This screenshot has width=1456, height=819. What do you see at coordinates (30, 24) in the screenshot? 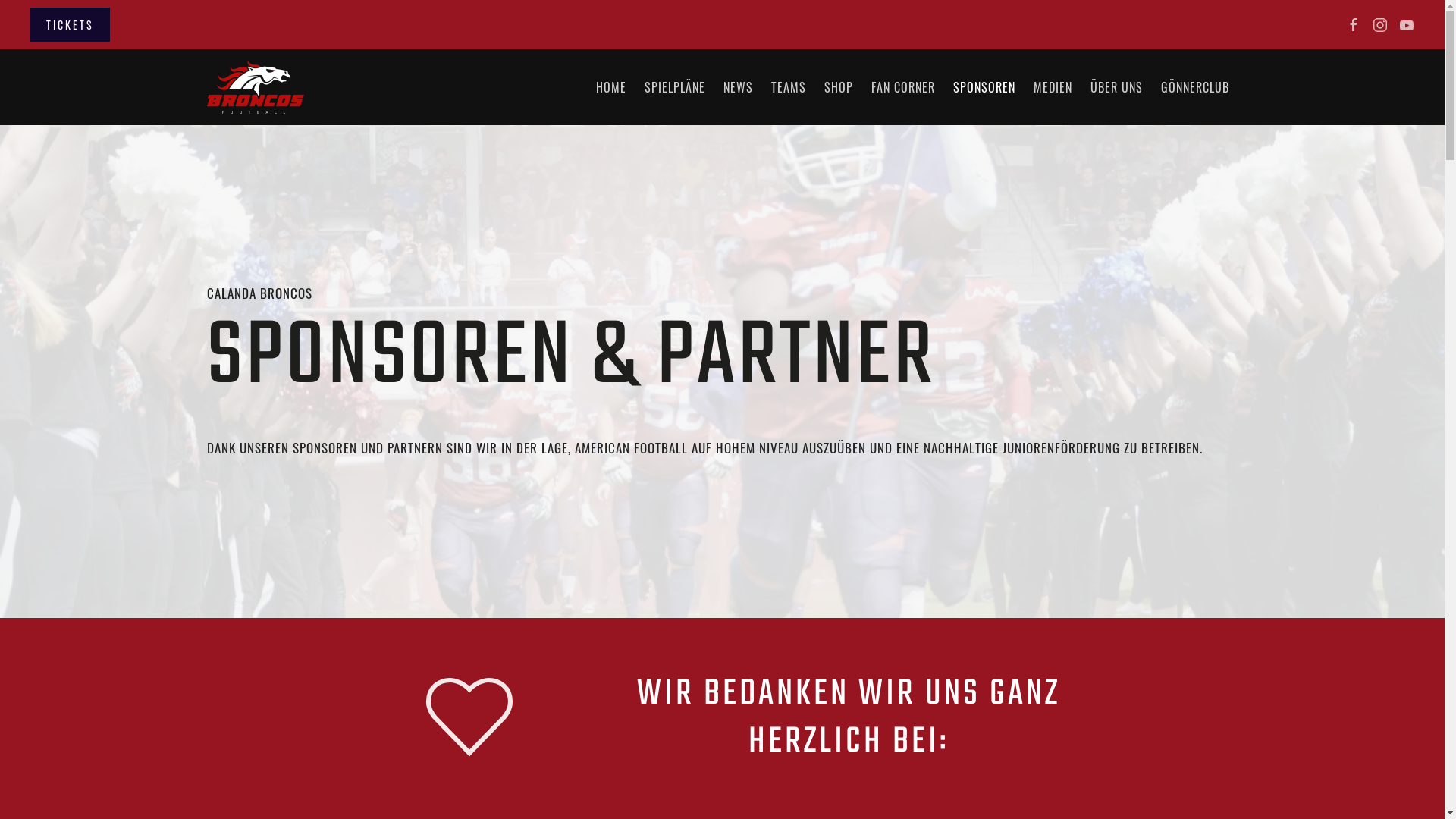
I see `'TICKETS'` at bounding box center [30, 24].